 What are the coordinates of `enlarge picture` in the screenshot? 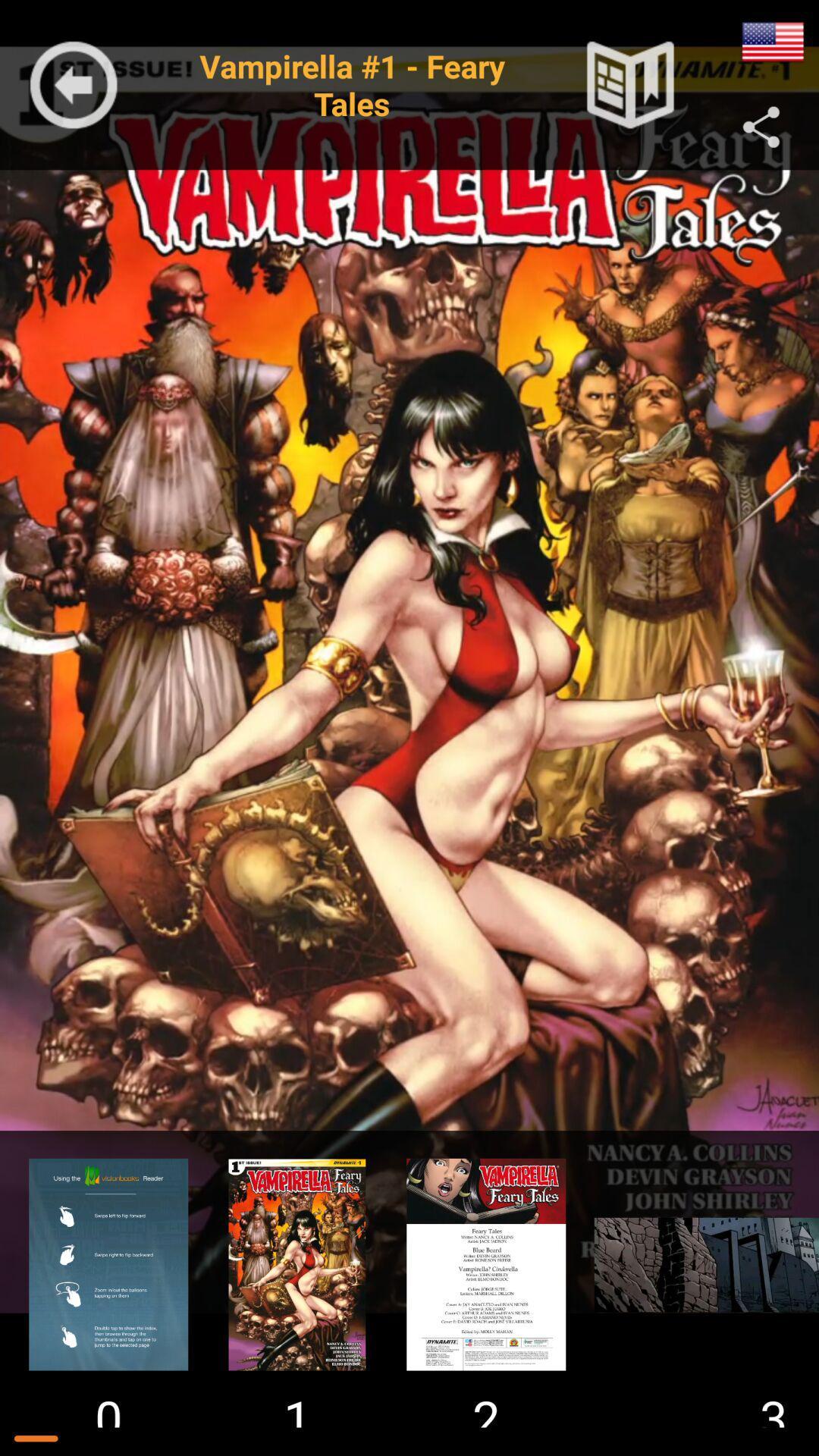 It's located at (699, 1264).